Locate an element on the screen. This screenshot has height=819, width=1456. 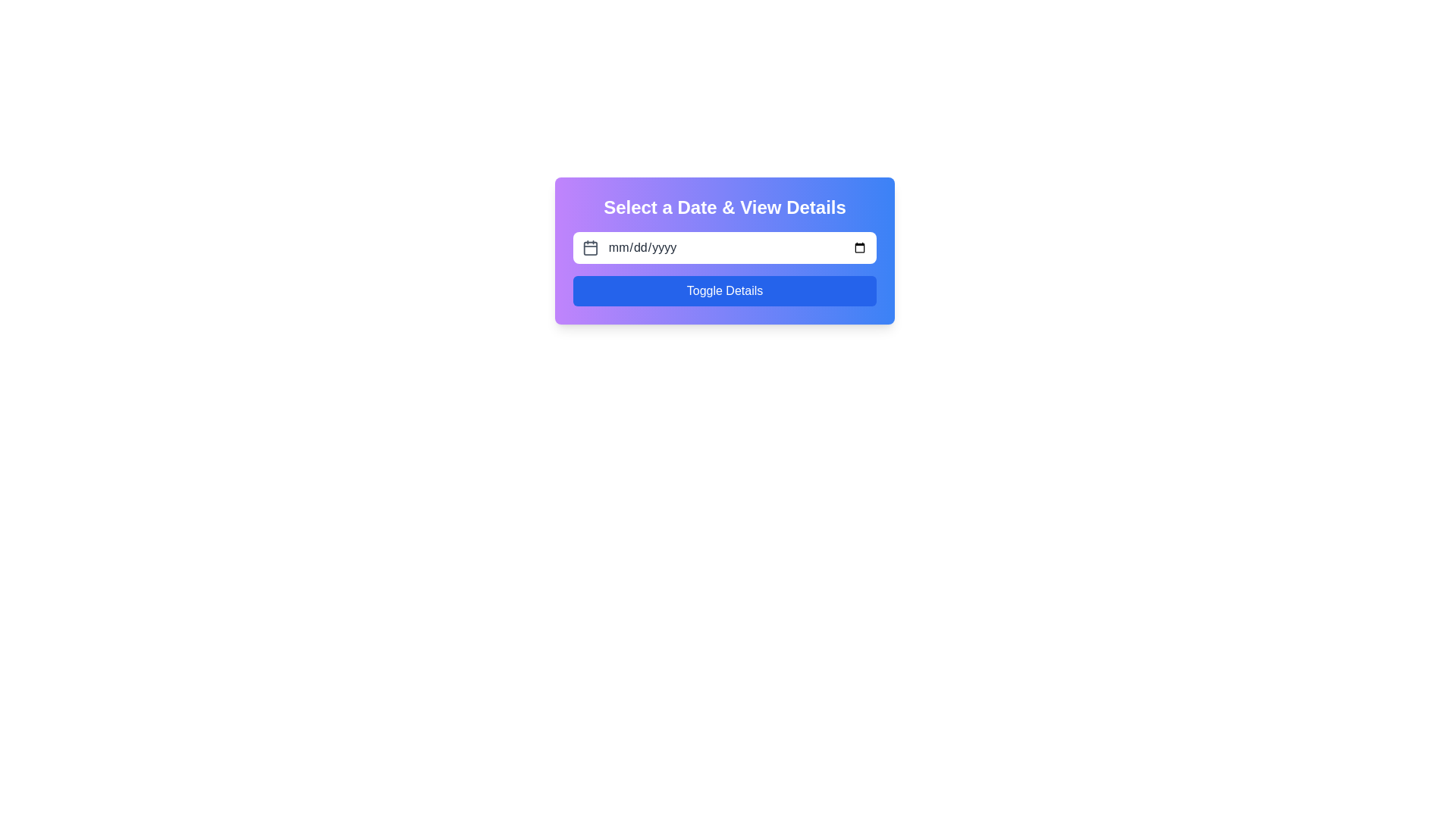
the calendar icon component, which is used for date selection functionalities, located to the left of the input field labeled 'mm/dd/yyyy' is located at coordinates (589, 247).